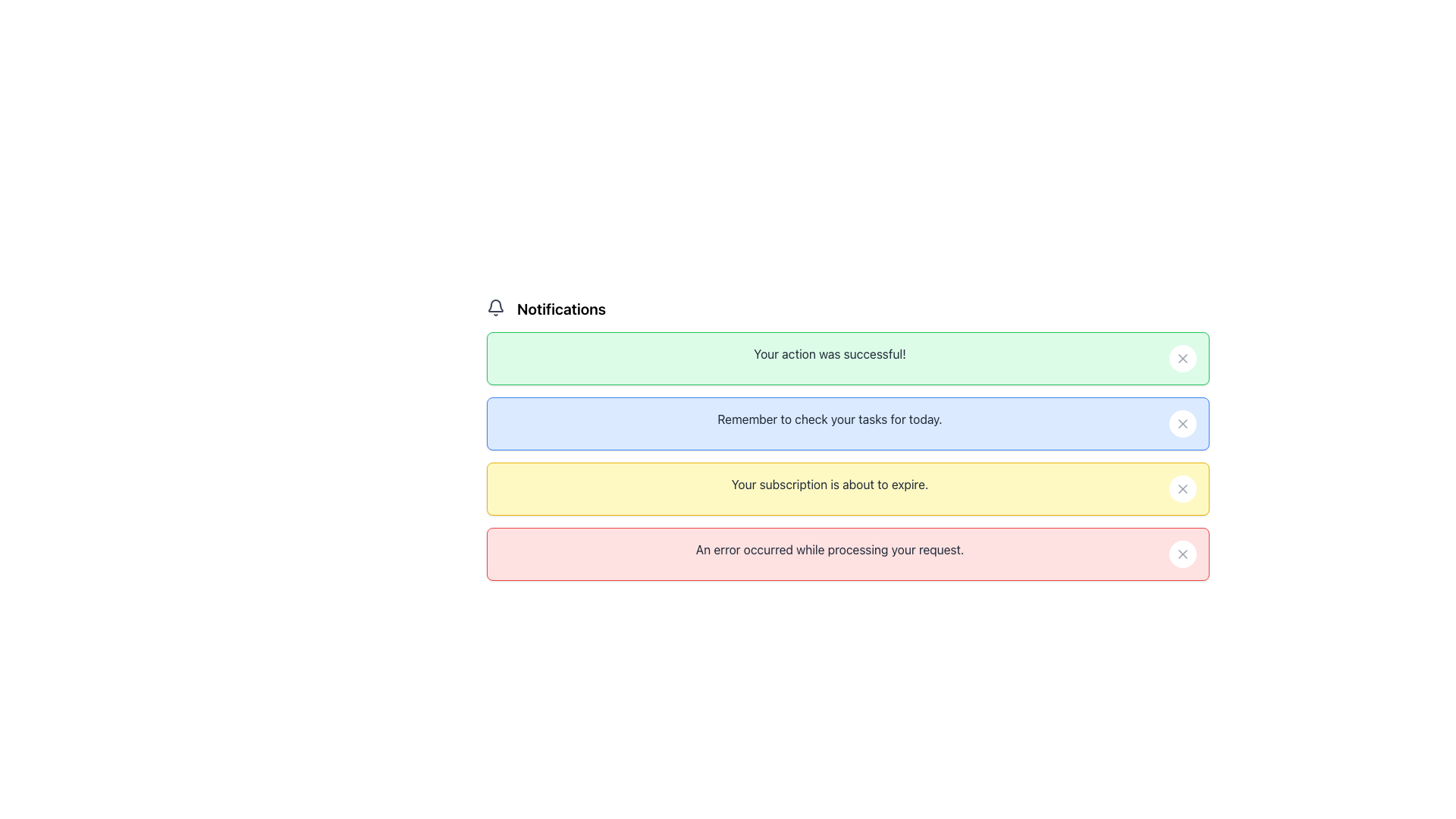 The image size is (1456, 819). I want to click on the static text element that displays a user notification message about an upcoming subscription expiration, which is located at the center of the third notification card in a vertical list, so click(829, 485).